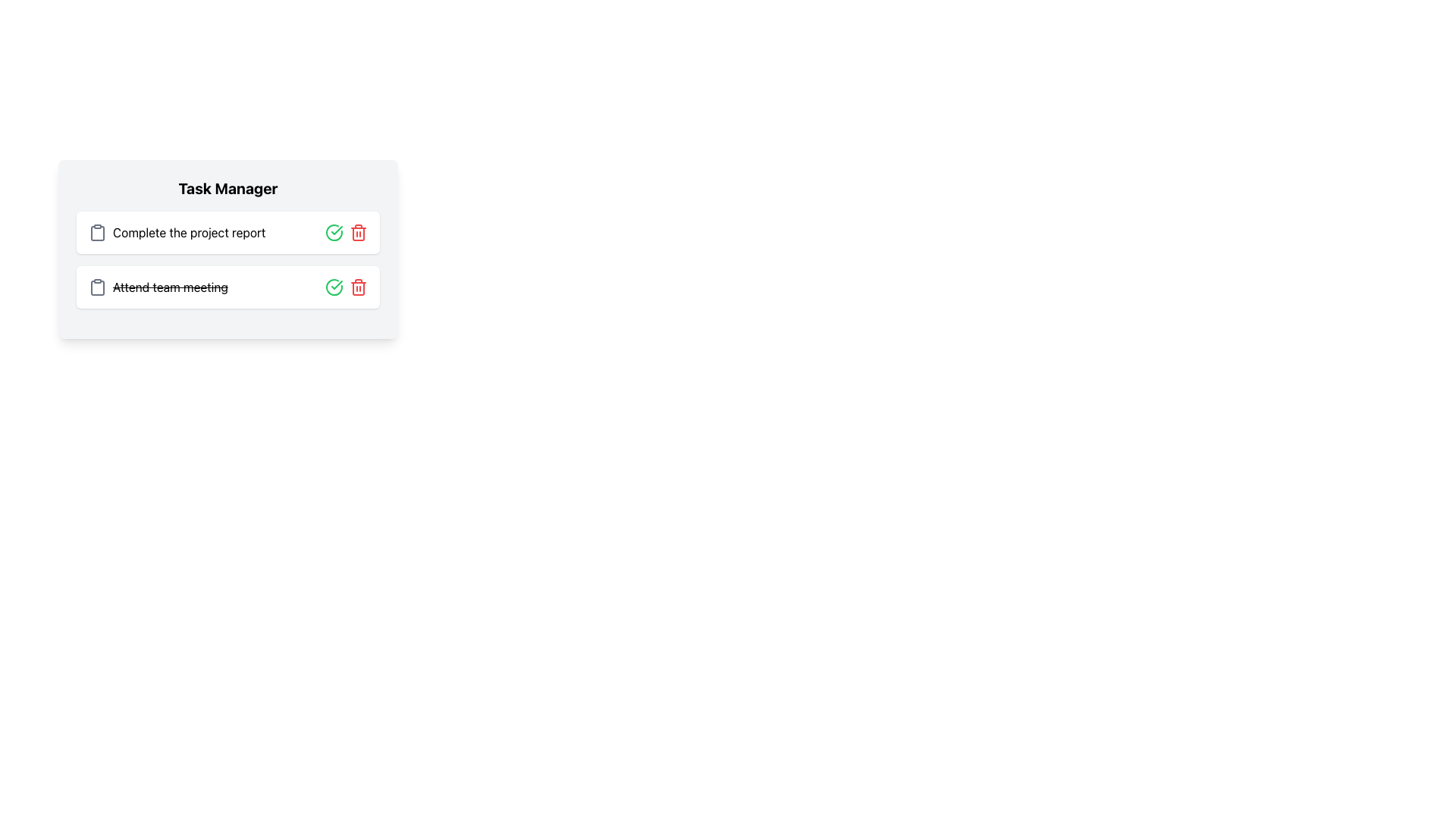 Image resolution: width=1456 pixels, height=819 pixels. What do you see at coordinates (336, 231) in the screenshot?
I see `the green checkmark icon located to the right of the 'Attend team meeting' task in the 'Task Manager' list to mark the task as complete` at bounding box center [336, 231].